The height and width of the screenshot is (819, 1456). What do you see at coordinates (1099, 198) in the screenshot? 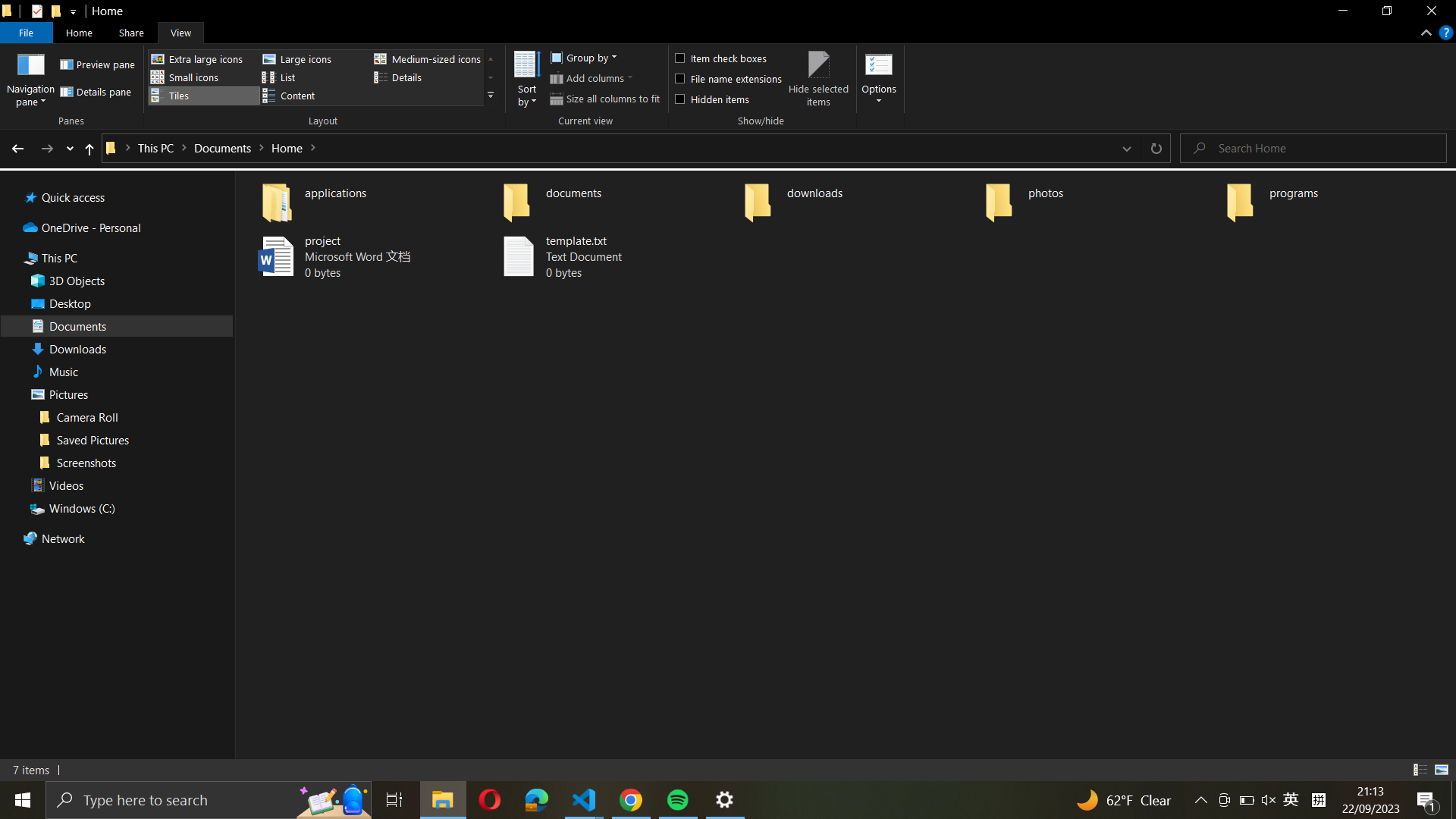
I see `the "photos" folder and establish a fresh sub-folder named "vacation"` at bounding box center [1099, 198].